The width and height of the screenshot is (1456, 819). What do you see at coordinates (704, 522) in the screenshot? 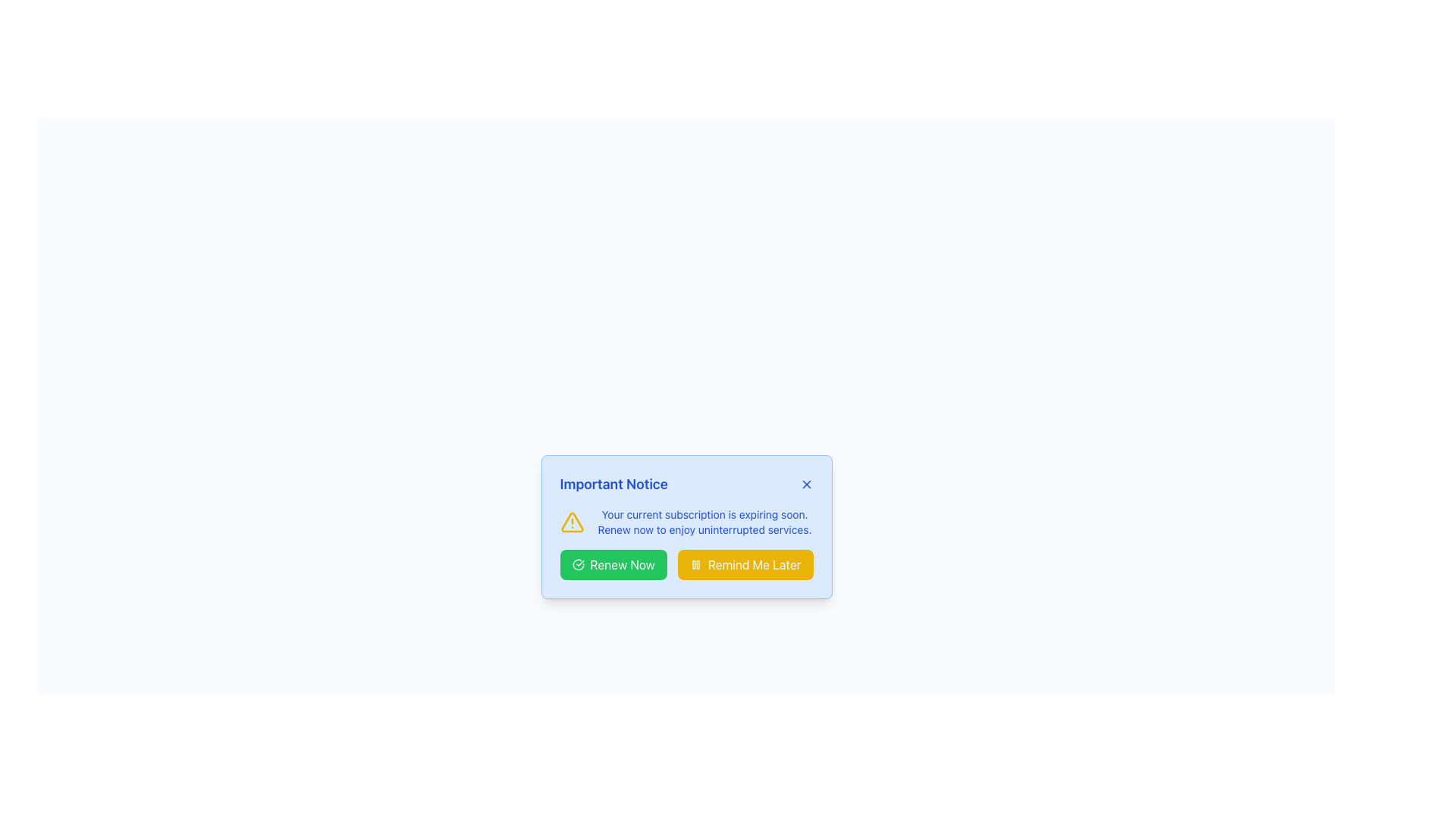
I see `the static text element that reads 'Your current subscription is expiring soon. Renew now to enjoy uninterrupted services.' located in the lower-middle region of a blue-shaded notification box` at bounding box center [704, 522].